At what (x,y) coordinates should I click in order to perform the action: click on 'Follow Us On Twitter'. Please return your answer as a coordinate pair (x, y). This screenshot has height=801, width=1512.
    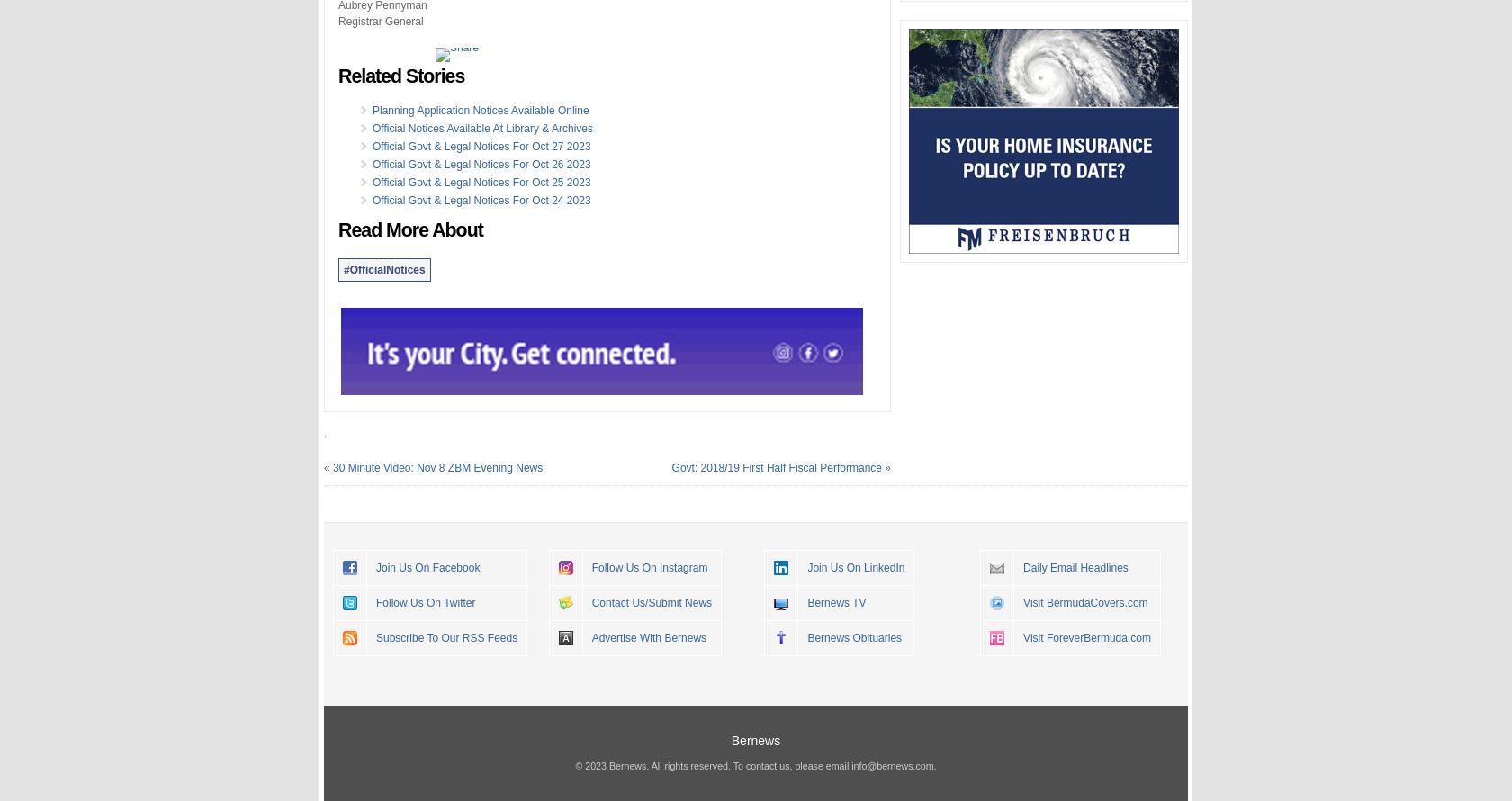
    Looking at the image, I should click on (425, 601).